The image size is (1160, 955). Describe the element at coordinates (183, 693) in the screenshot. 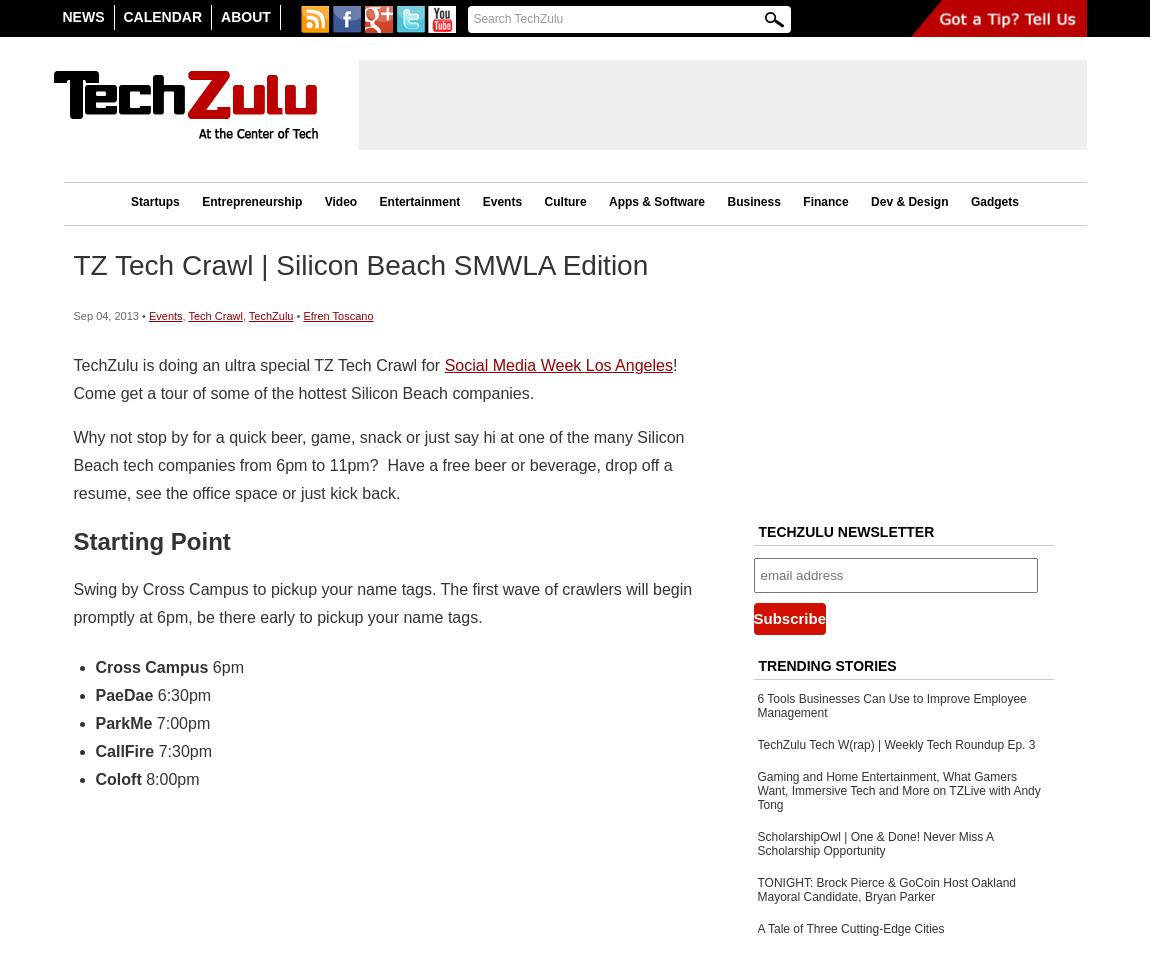

I see `'6:30pm'` at that location.